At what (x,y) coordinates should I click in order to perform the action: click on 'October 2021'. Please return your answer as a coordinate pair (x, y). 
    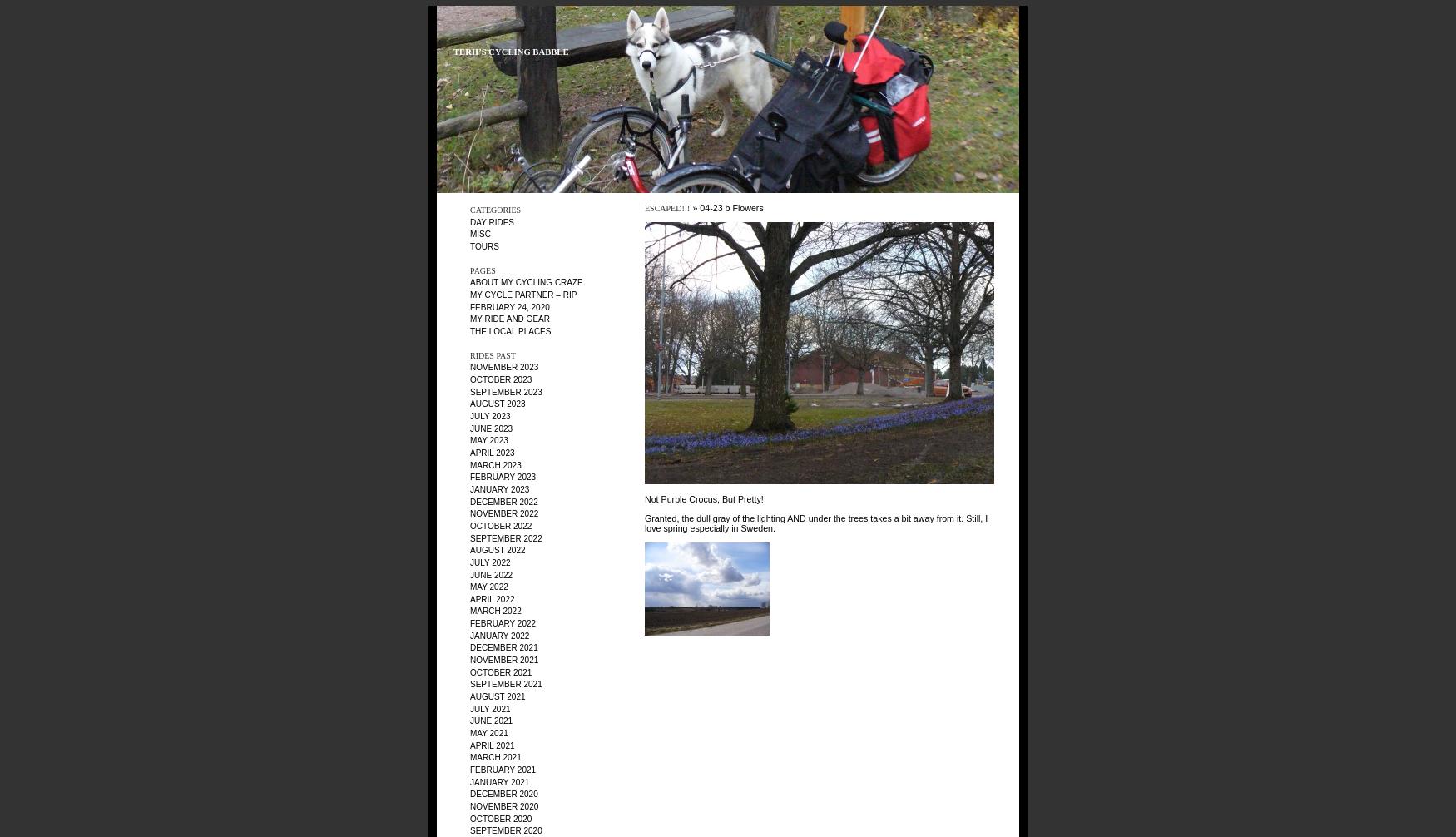
    Looking at the image, I should click on (501, 671).